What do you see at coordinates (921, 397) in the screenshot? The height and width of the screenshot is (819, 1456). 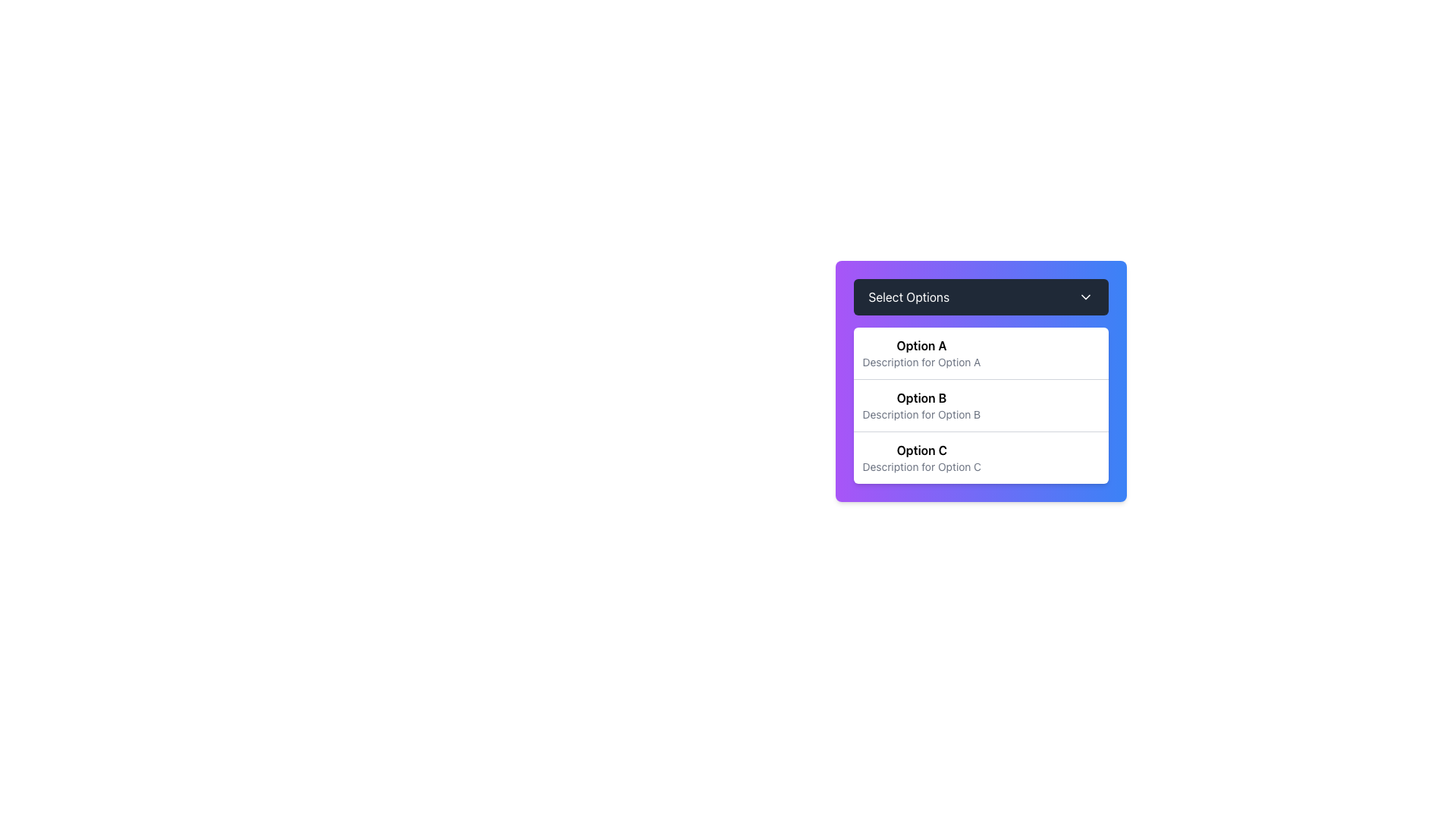 I see `the text label reading 'Option B', which is styled in bold and is part of a selectable list in a dropdown with a purple border` at bounding box center [921, 397].